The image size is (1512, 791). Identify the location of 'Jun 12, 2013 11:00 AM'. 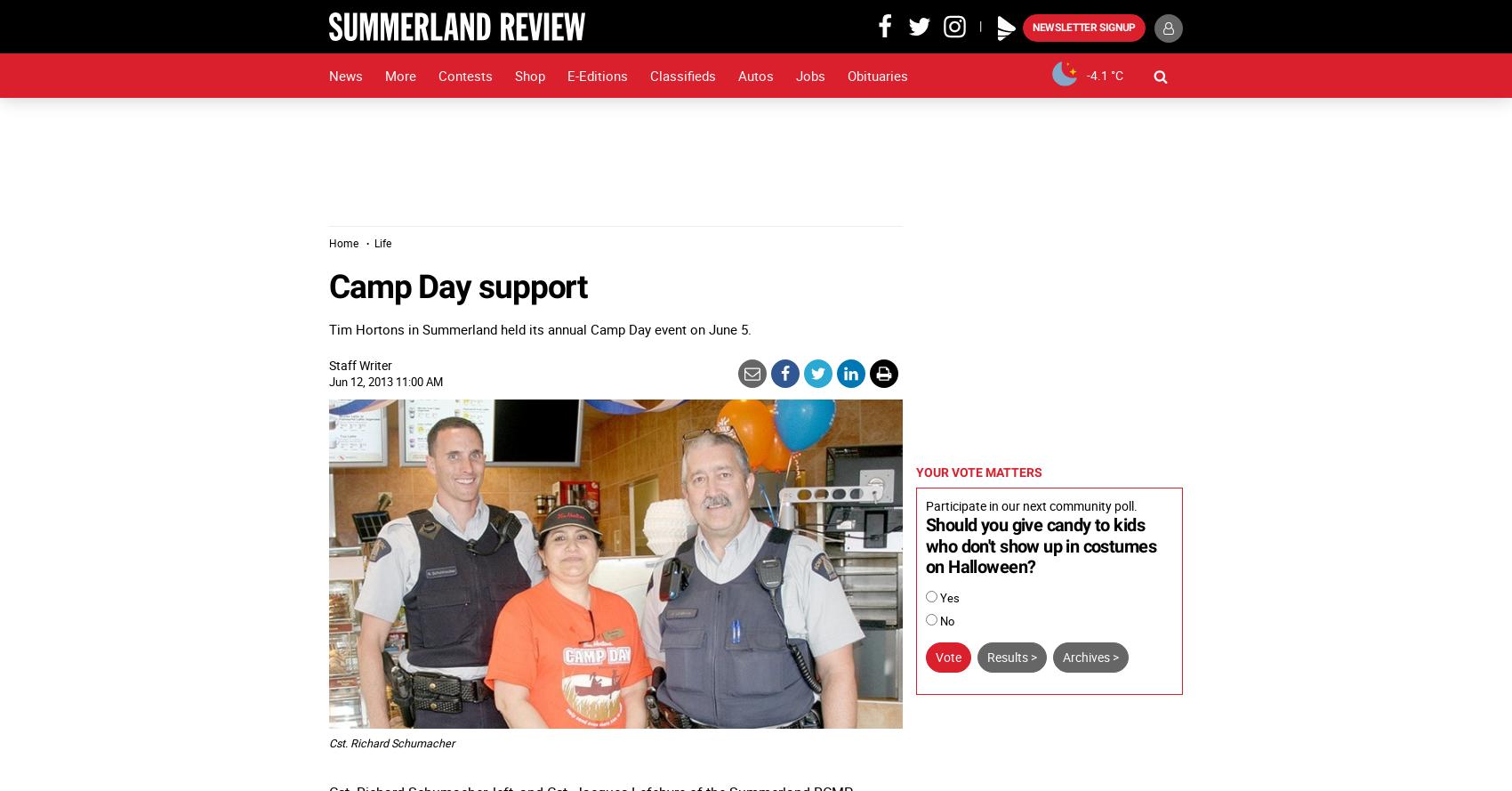
(386, 381).